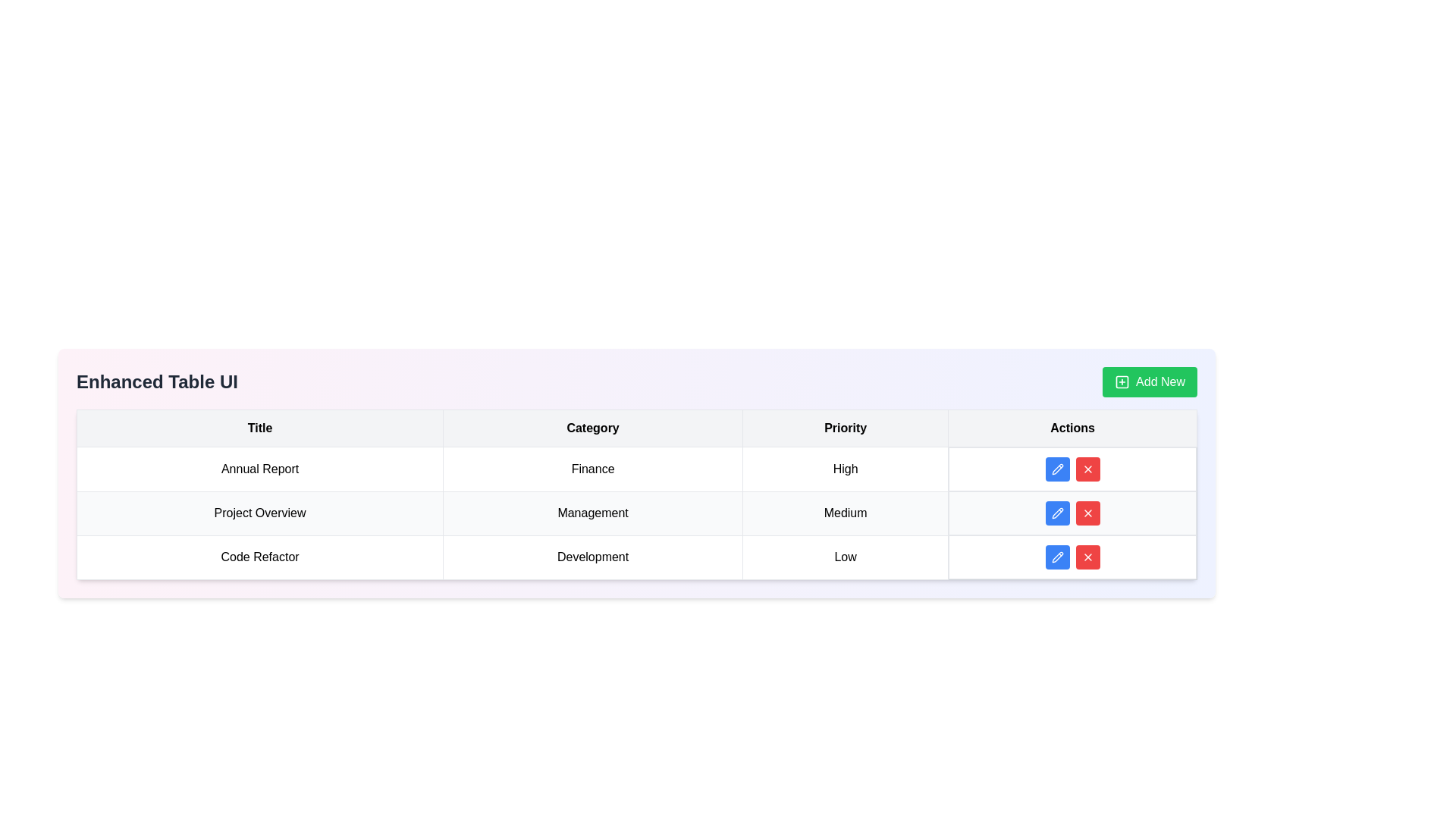 This screenshot has height=819, width=1456. I want to click on the blue pencil button in the Actions control group for the 'Code Refactor' row to initiate editing, so click(1072, 557).